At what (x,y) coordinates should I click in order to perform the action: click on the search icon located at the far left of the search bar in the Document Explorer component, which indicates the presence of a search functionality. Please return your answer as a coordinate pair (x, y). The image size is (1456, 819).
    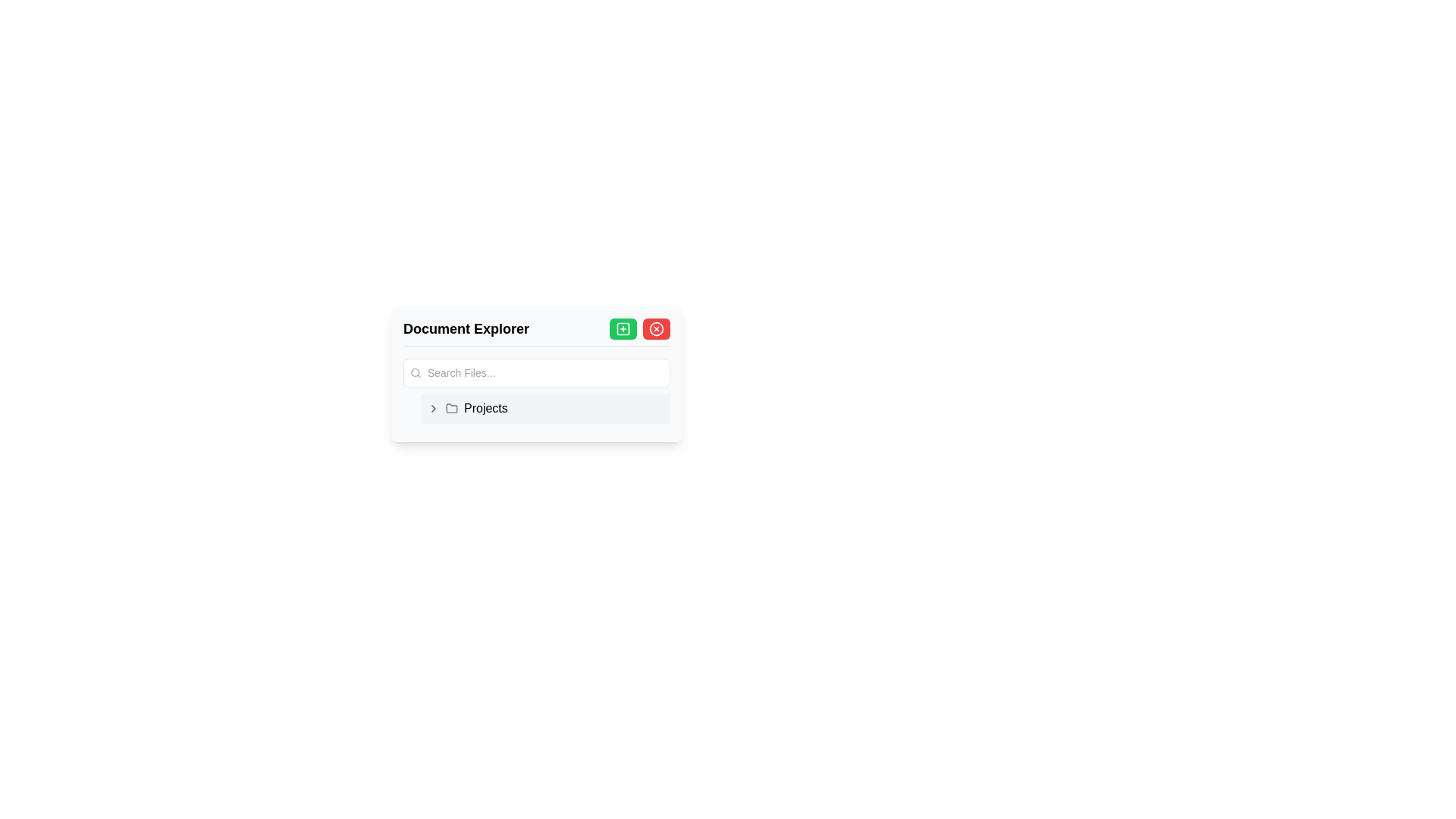
    Looking at the image, I should click on (416, 373).